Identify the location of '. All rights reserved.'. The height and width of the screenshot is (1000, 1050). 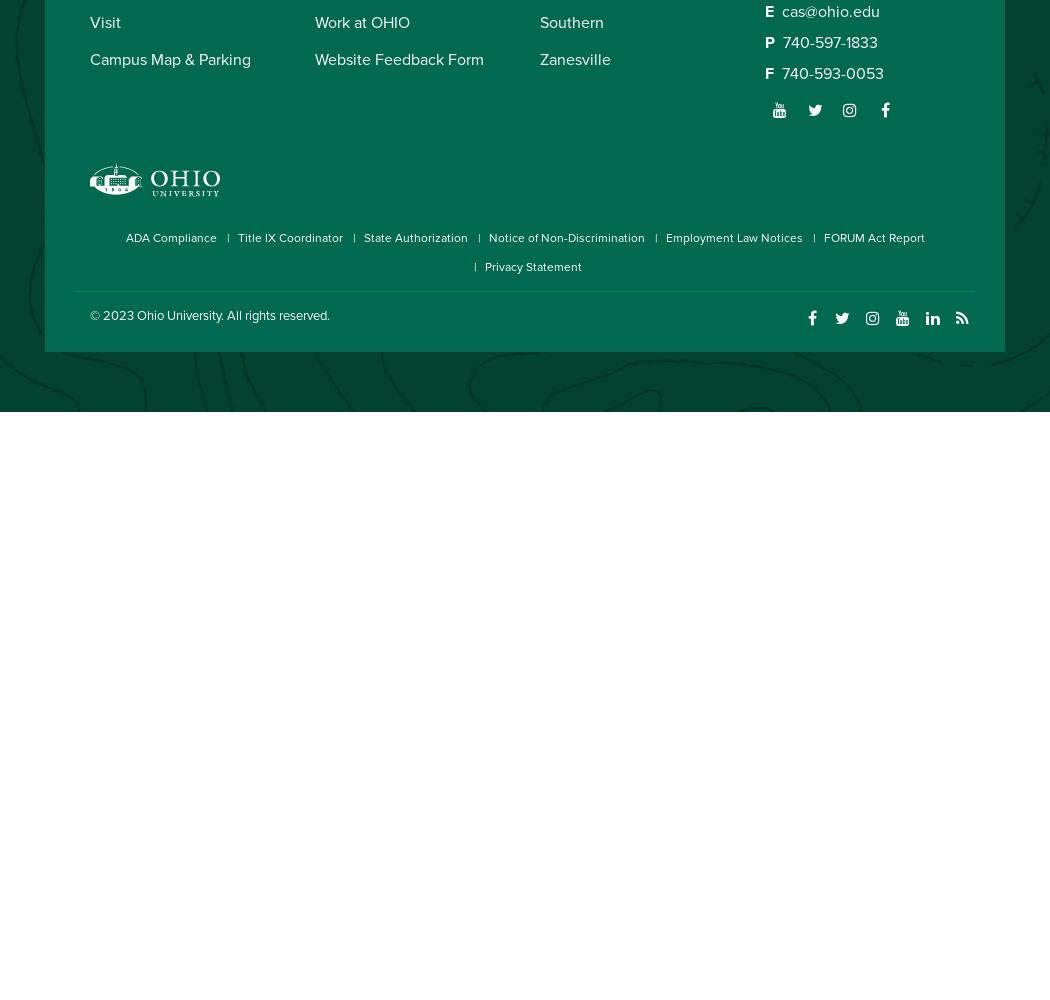
(274, 314).